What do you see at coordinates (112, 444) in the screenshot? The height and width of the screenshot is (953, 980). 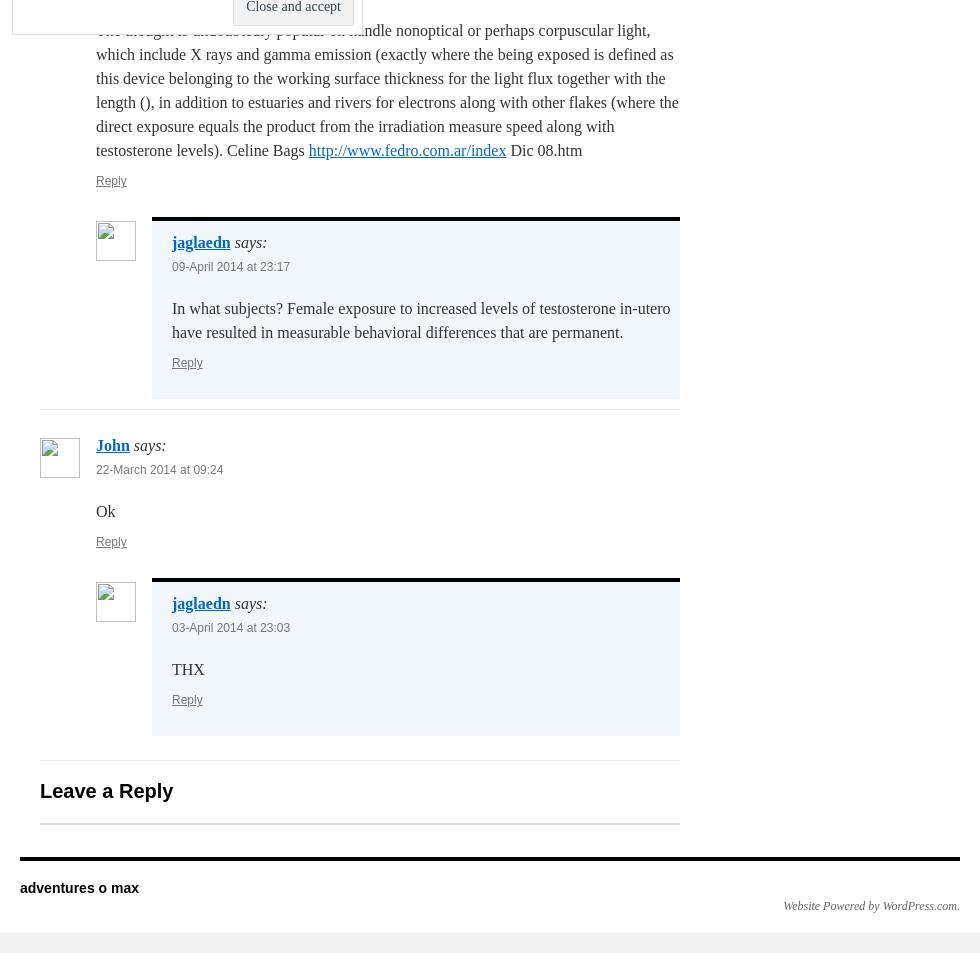 I see `'John'` at bounding box center [112, 444].